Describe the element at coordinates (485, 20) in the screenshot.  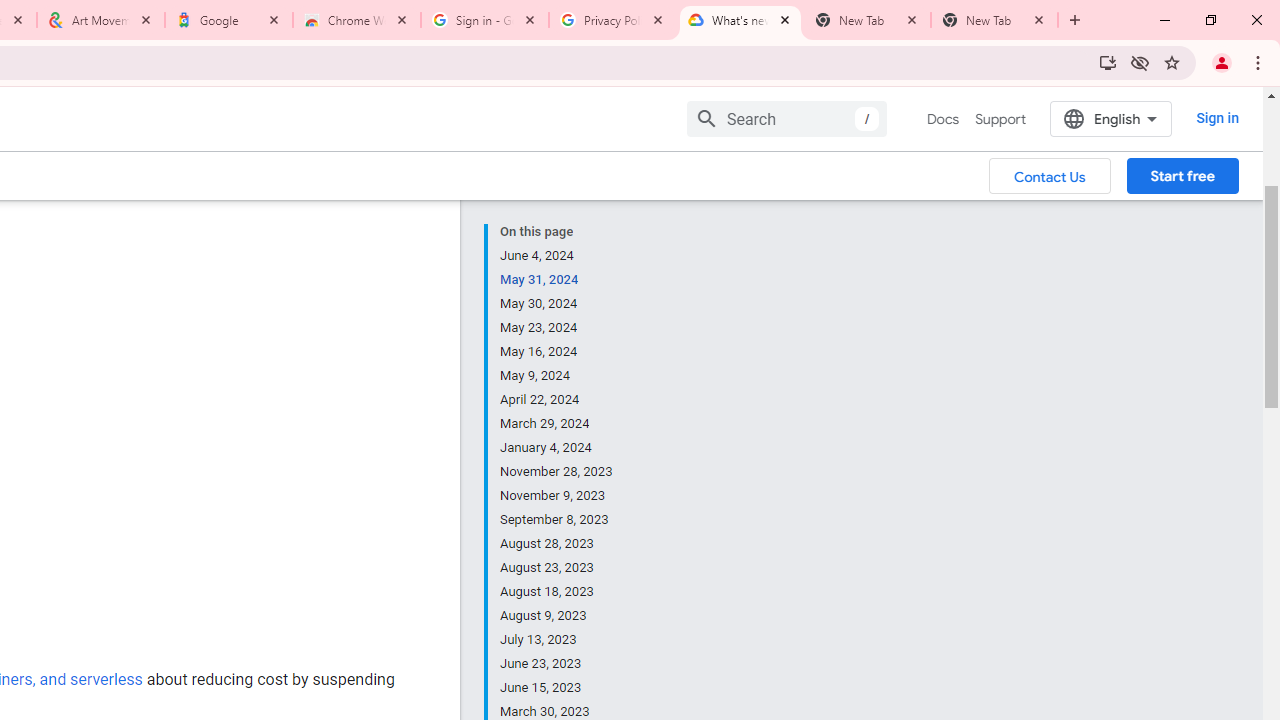
I see `'Sign in - Google Accounts'` at that location.